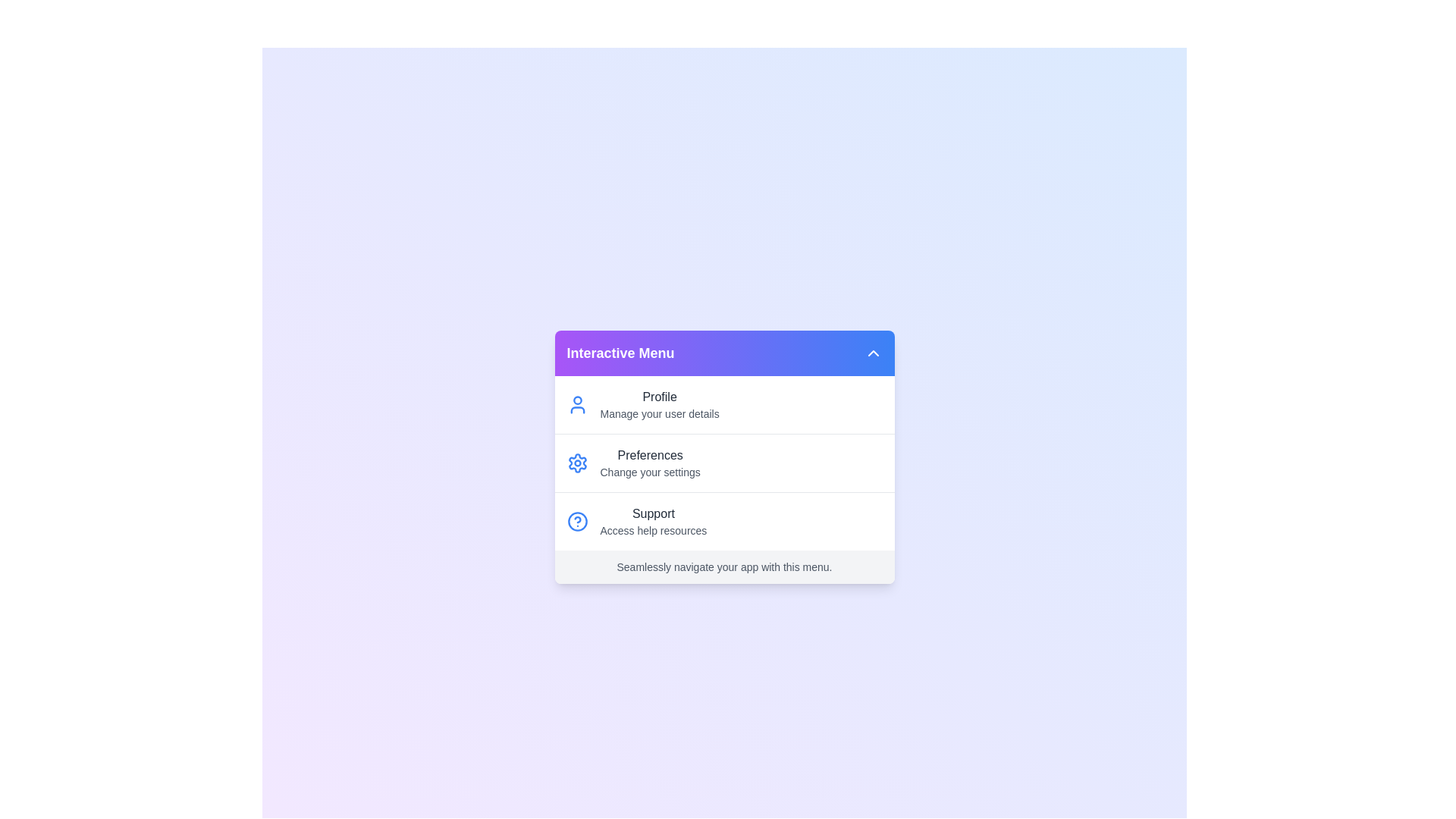 This screenshot has width=1456, height=819. What do you see at coordinates (723, 462) in the screenshot?
I see `the menu item Preferences` at bounding box center [723, 462].